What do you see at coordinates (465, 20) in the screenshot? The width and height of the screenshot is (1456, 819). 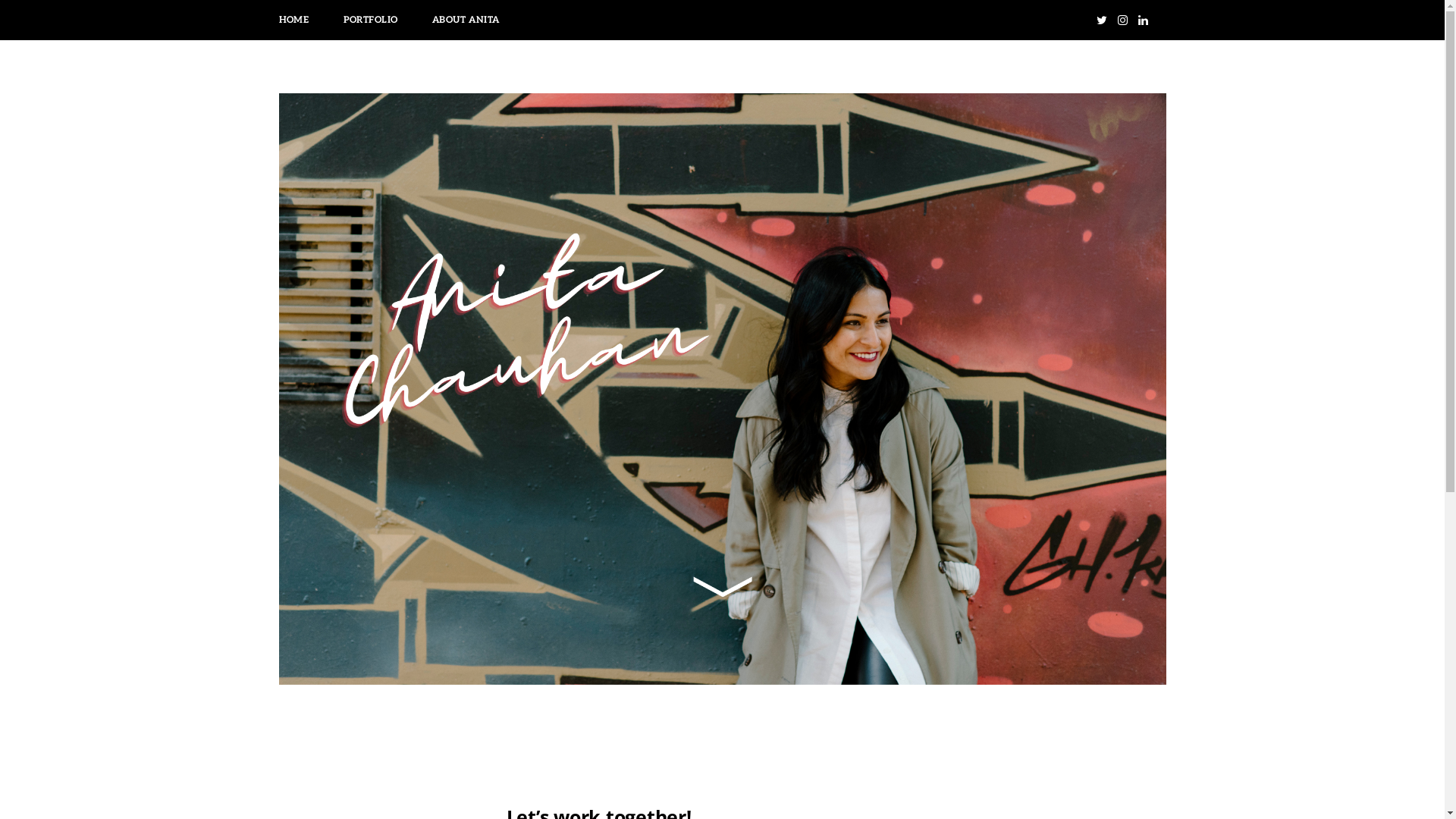 I see `'ABOUT ANITA'` at bounding box center [465, 20].